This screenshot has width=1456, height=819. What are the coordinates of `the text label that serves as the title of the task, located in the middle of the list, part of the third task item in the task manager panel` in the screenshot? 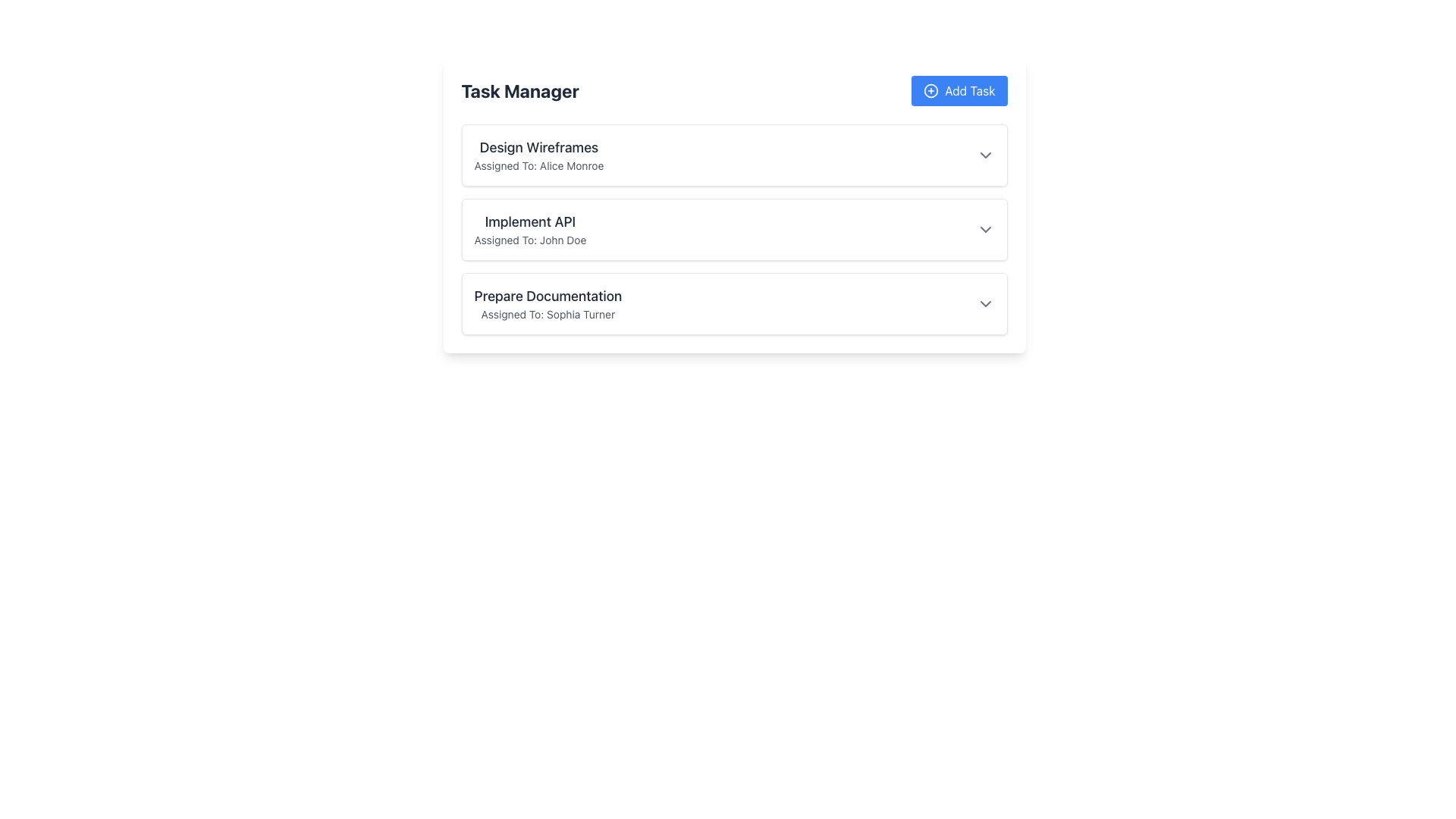 It's located at (547, 296).